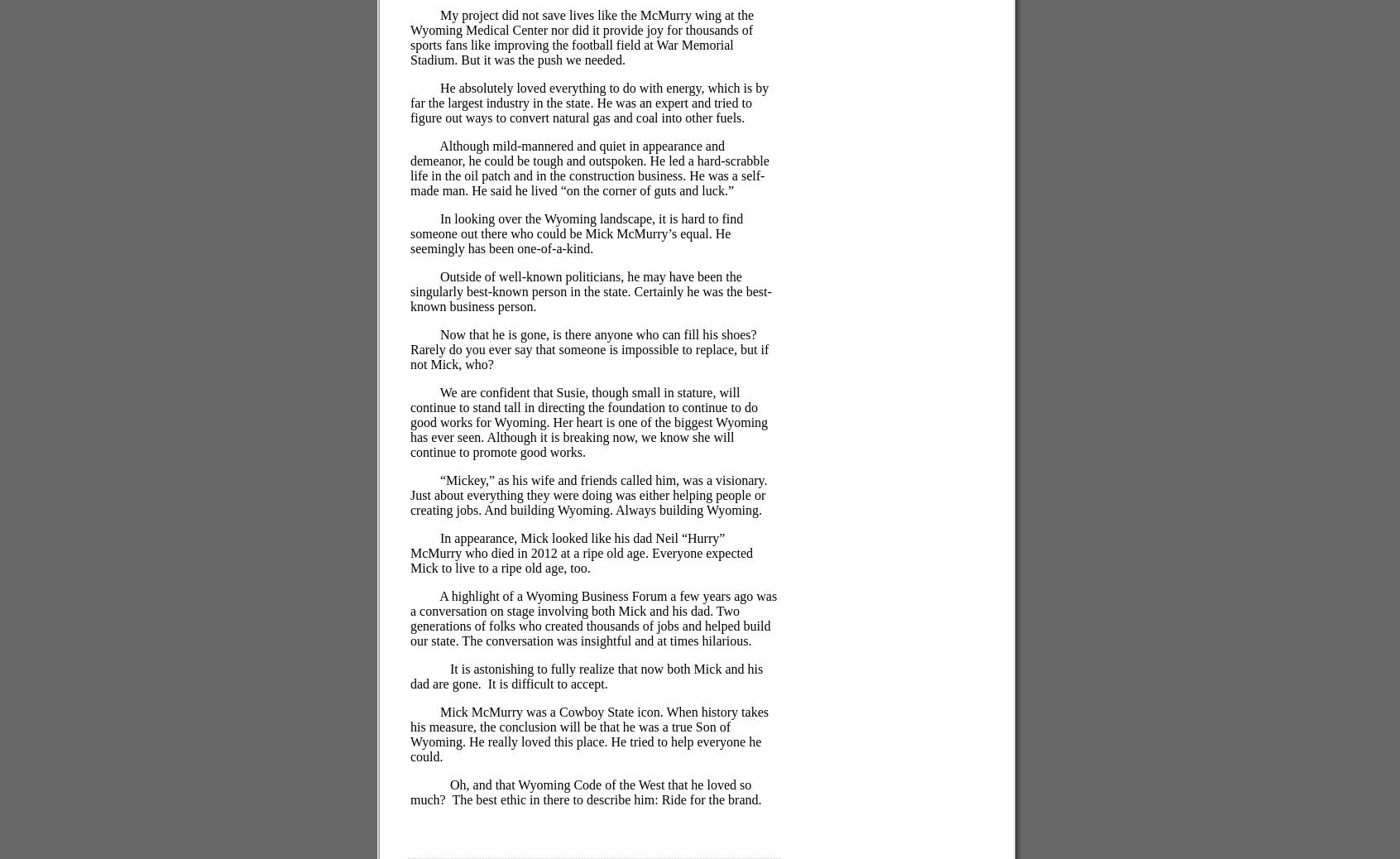  Describe the element at coordinates (582, 551) in the screenshot. I see `'In appearance,
Mick looked like his dad Neil “Hurry” McMurry who died in 2012 at a ripe old
age. Everyone expected Mick to live to a ripe old age, too.'` at that location.